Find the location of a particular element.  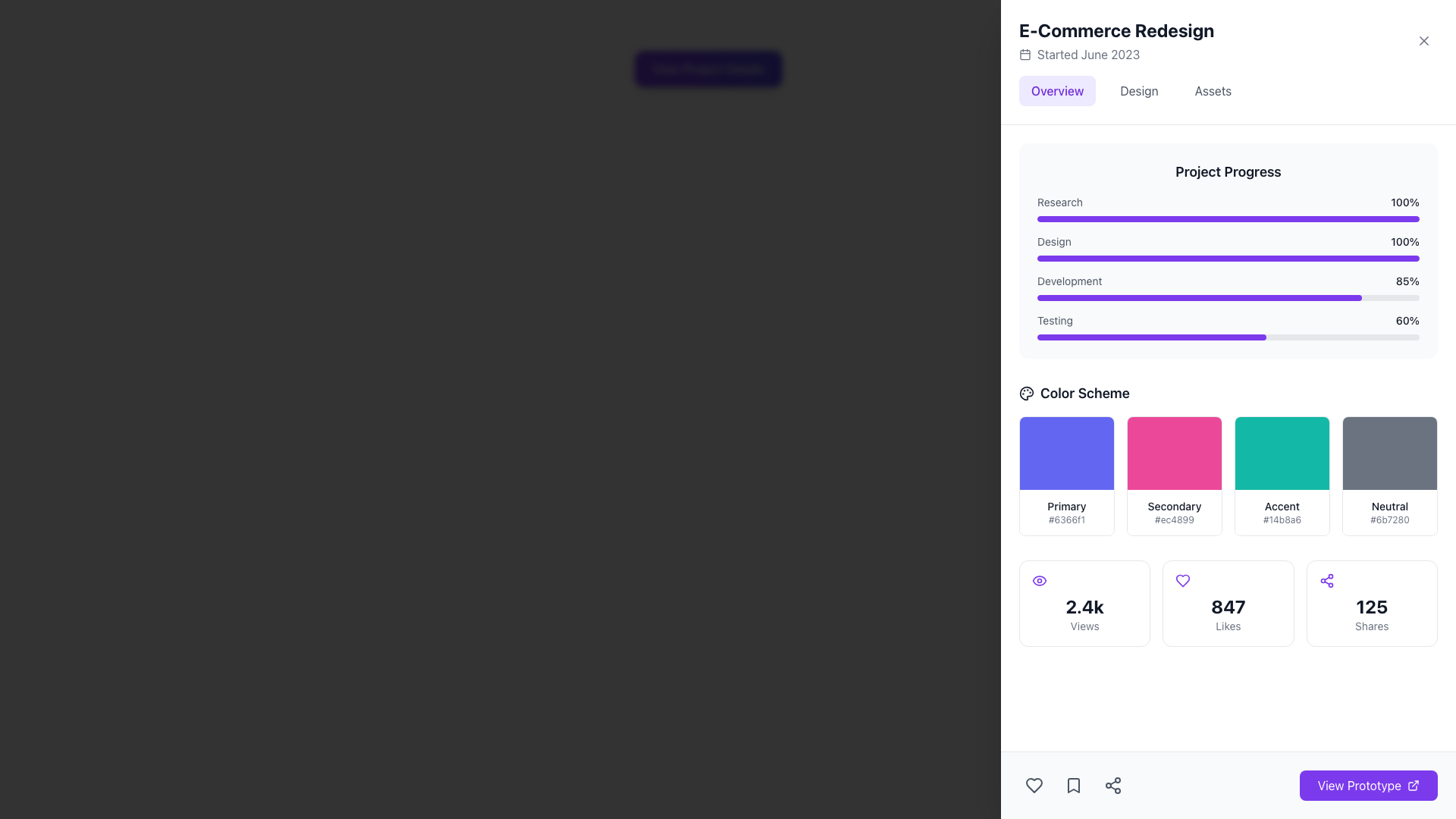

the progress bar representing the 'Testing' task, which indicates a progress of 60% in the 'Project Progress' section is located at coordinates (1152, 336).